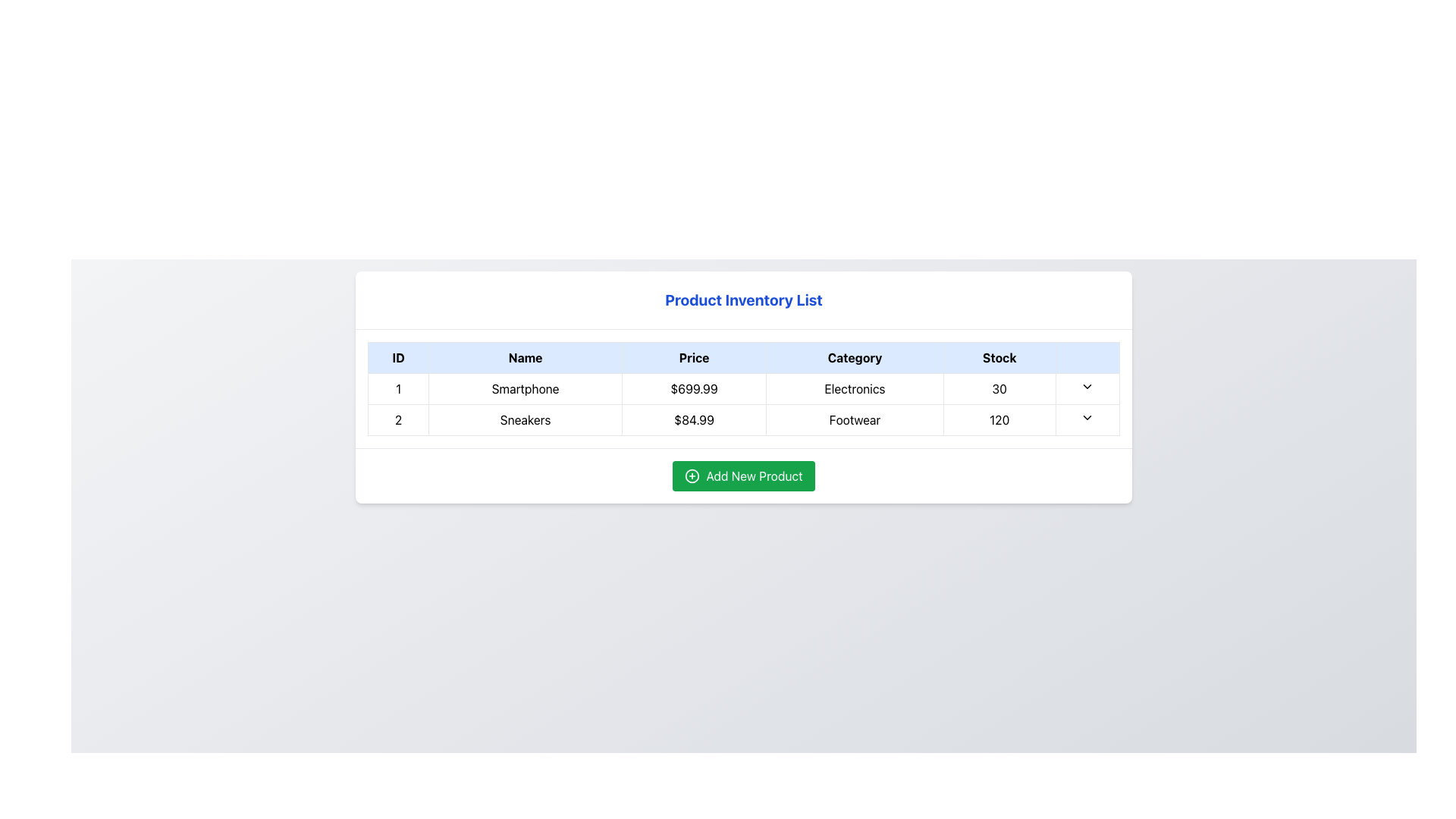 This screenshot has width=1456, height=819. Describe the element at coordinates (398, 420) in the screenshot. I see `the text label representing the unique identifier (ID) of the product 'Sneakers' in the table under the 'ID' column` at that location.